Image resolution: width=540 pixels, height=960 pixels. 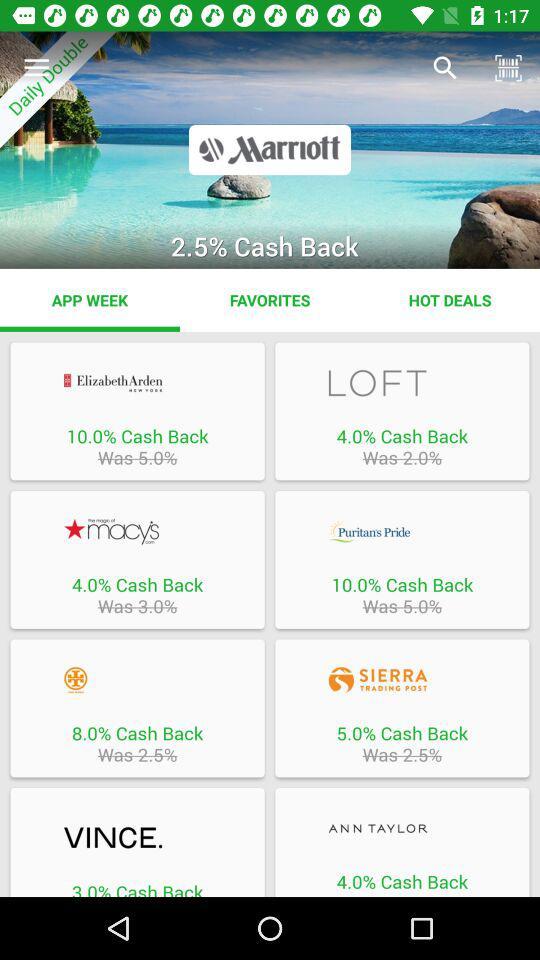 I want to click on click the anntaylor, so click(x=402, y=828).